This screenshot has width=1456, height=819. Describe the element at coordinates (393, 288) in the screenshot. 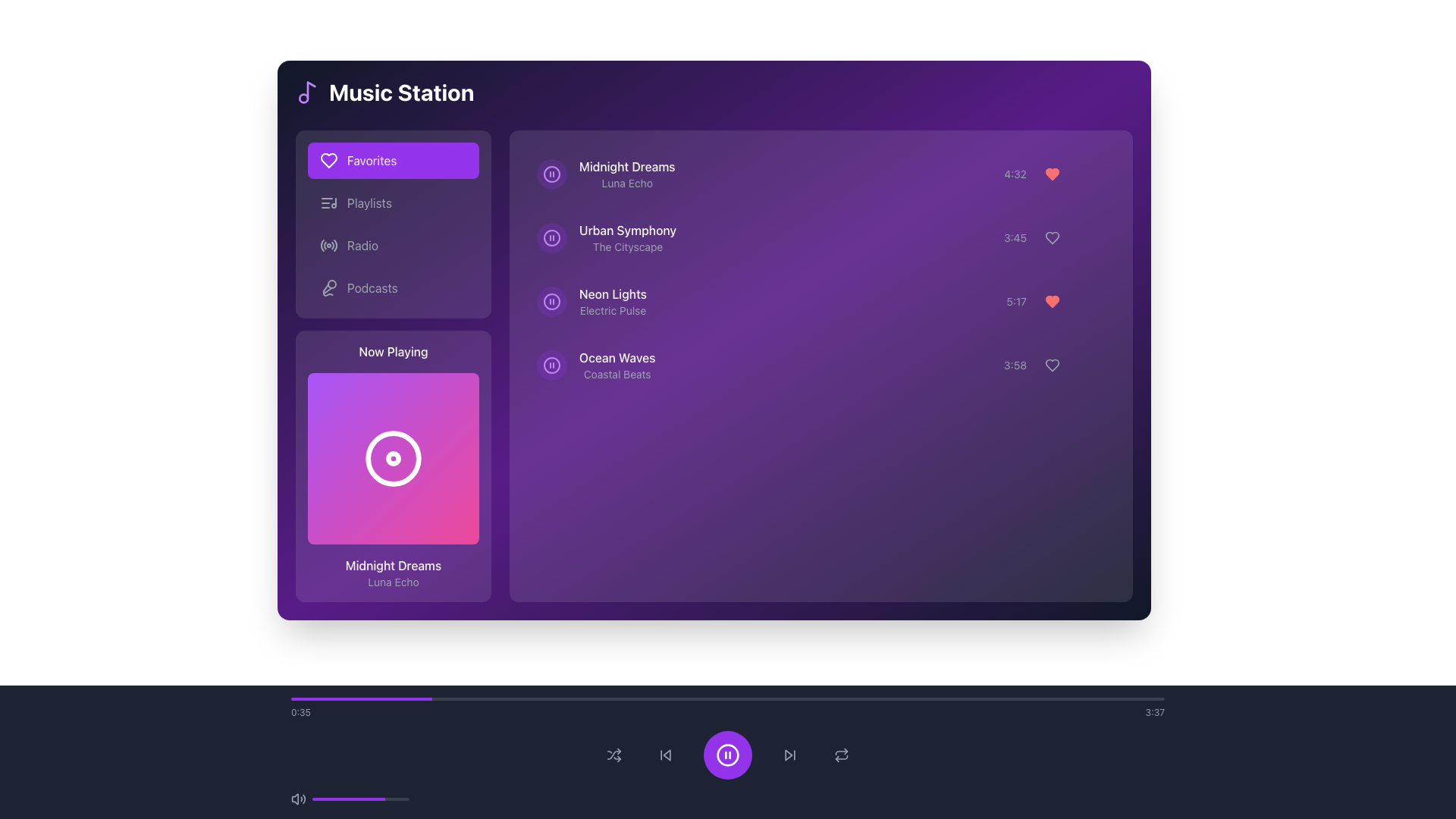

I see `the 'Podcasts' button, which is a horizontal button with a microphone icon and muted gray text, positioned as the fourth element in a vertical list within the left sidebar` at that location.